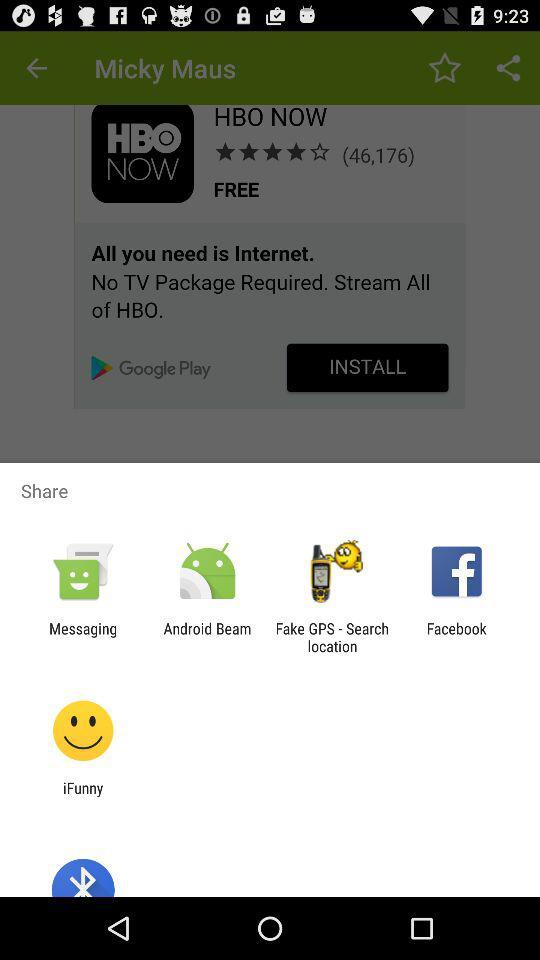 This screenshot has width=540, height=960. I want to click on the app to the right of the messaging, so click(206, 636).